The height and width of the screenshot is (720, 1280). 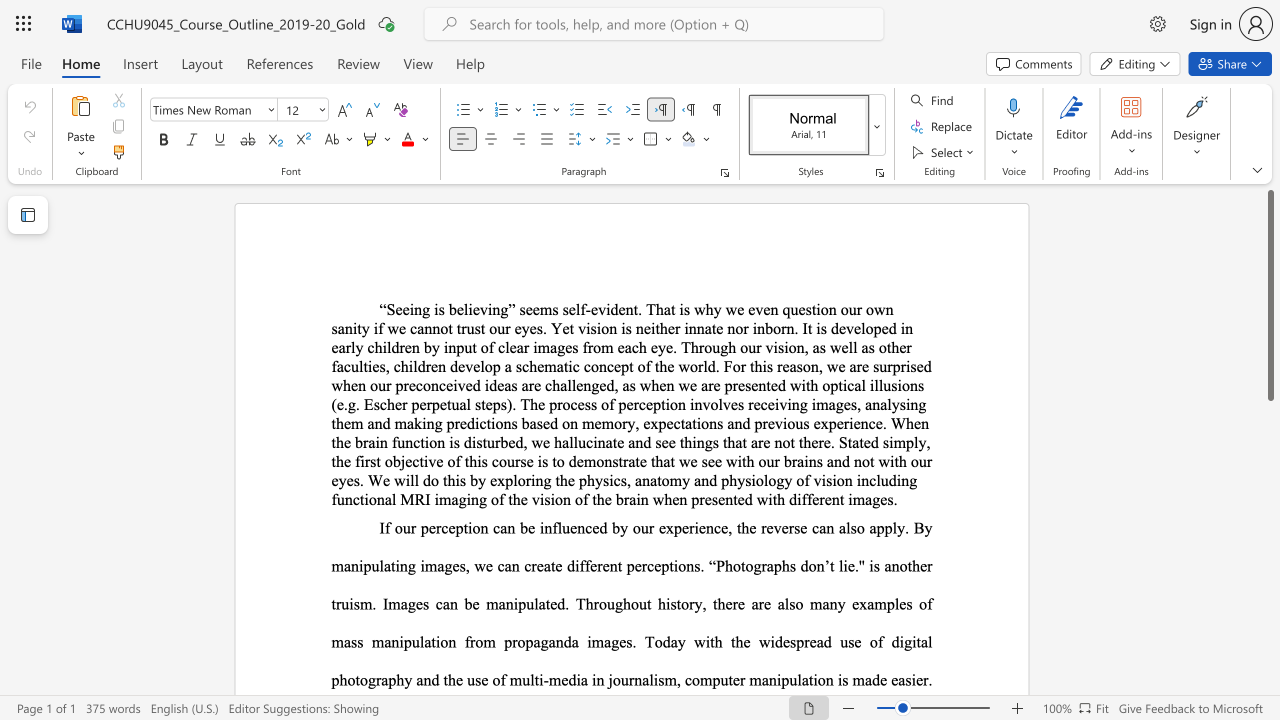 What do you see at coordinates (1269, 518) in the screenshot?
I see `the scrollbar on the side` at bounding box center [1269, 518].